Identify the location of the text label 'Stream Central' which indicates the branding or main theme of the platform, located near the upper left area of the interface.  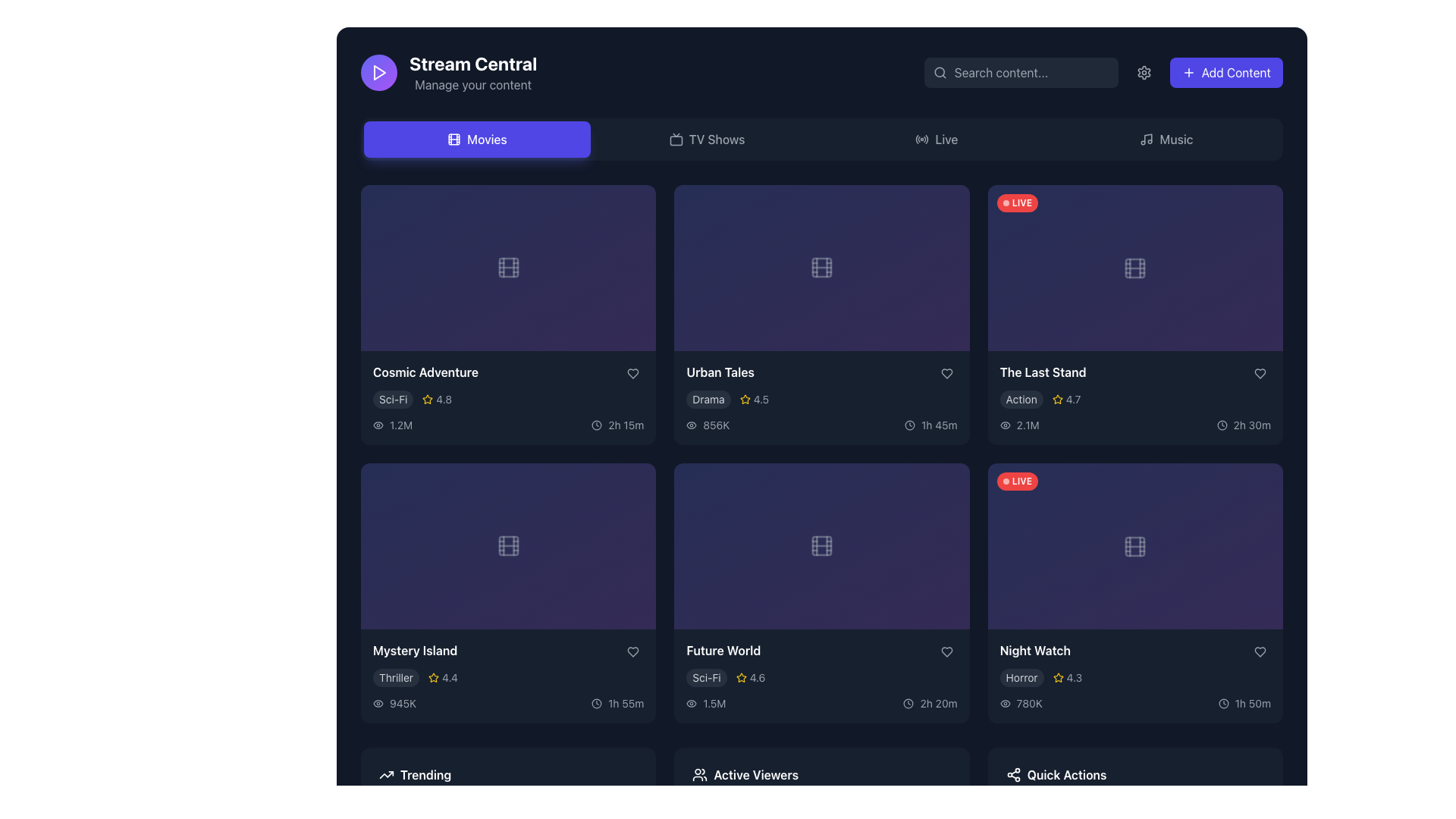
(472, 63).